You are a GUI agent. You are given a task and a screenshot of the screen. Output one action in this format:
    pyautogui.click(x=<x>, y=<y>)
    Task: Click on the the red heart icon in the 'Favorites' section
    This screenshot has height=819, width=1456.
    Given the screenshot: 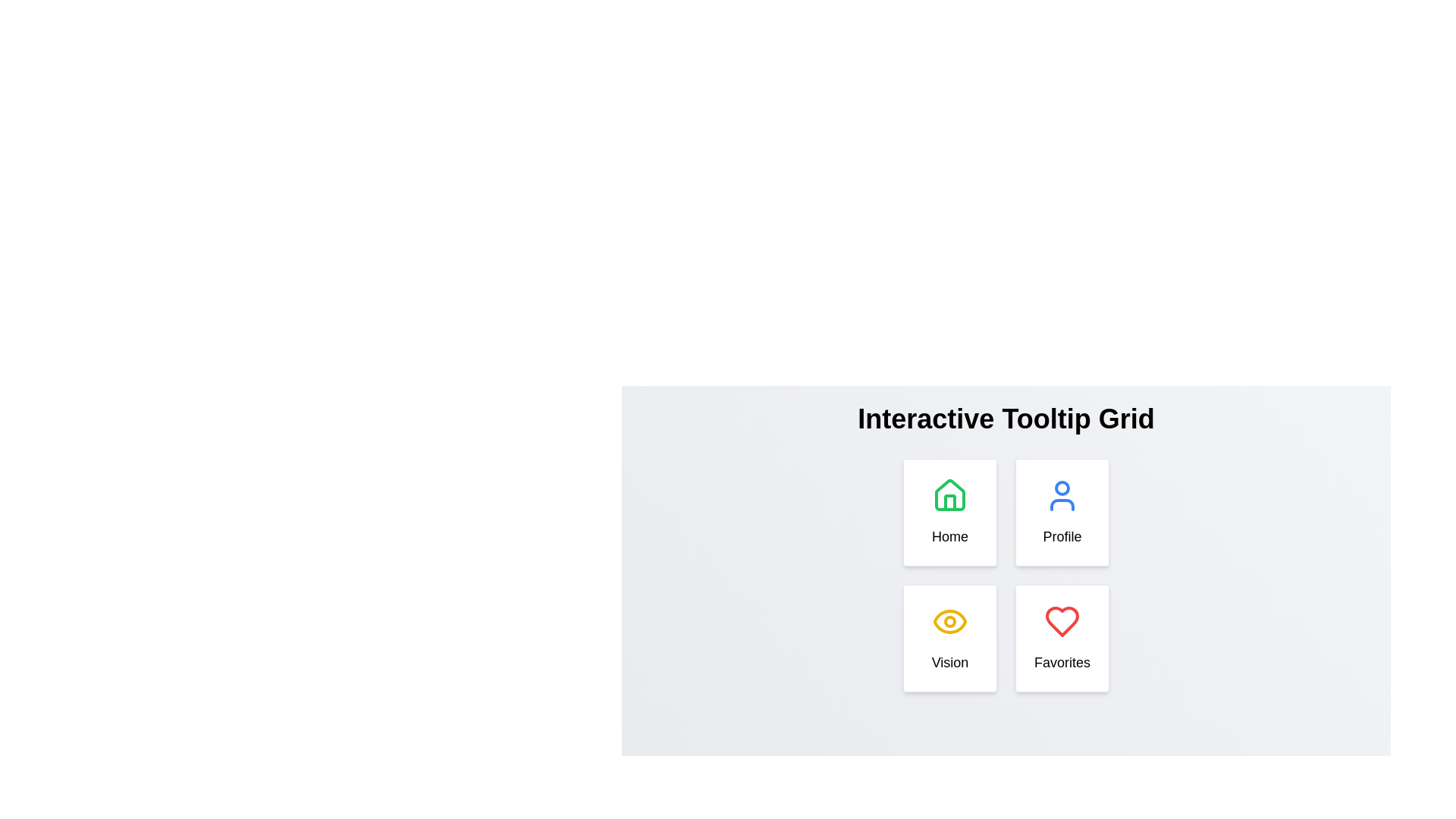 What is the action you would take?
    pyautogui.click(x=1062, y=622)
    